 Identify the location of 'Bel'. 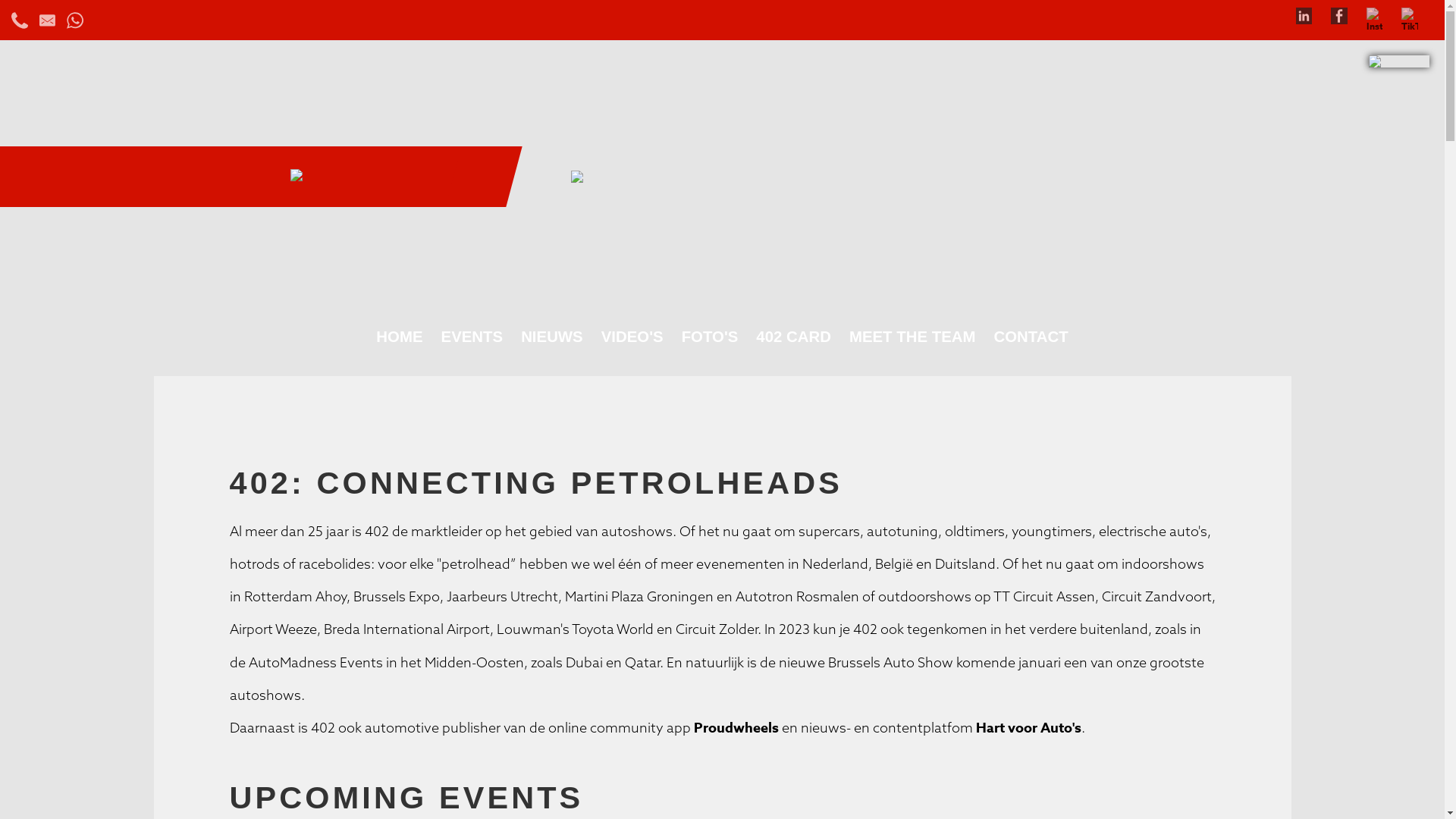
(11, 18).